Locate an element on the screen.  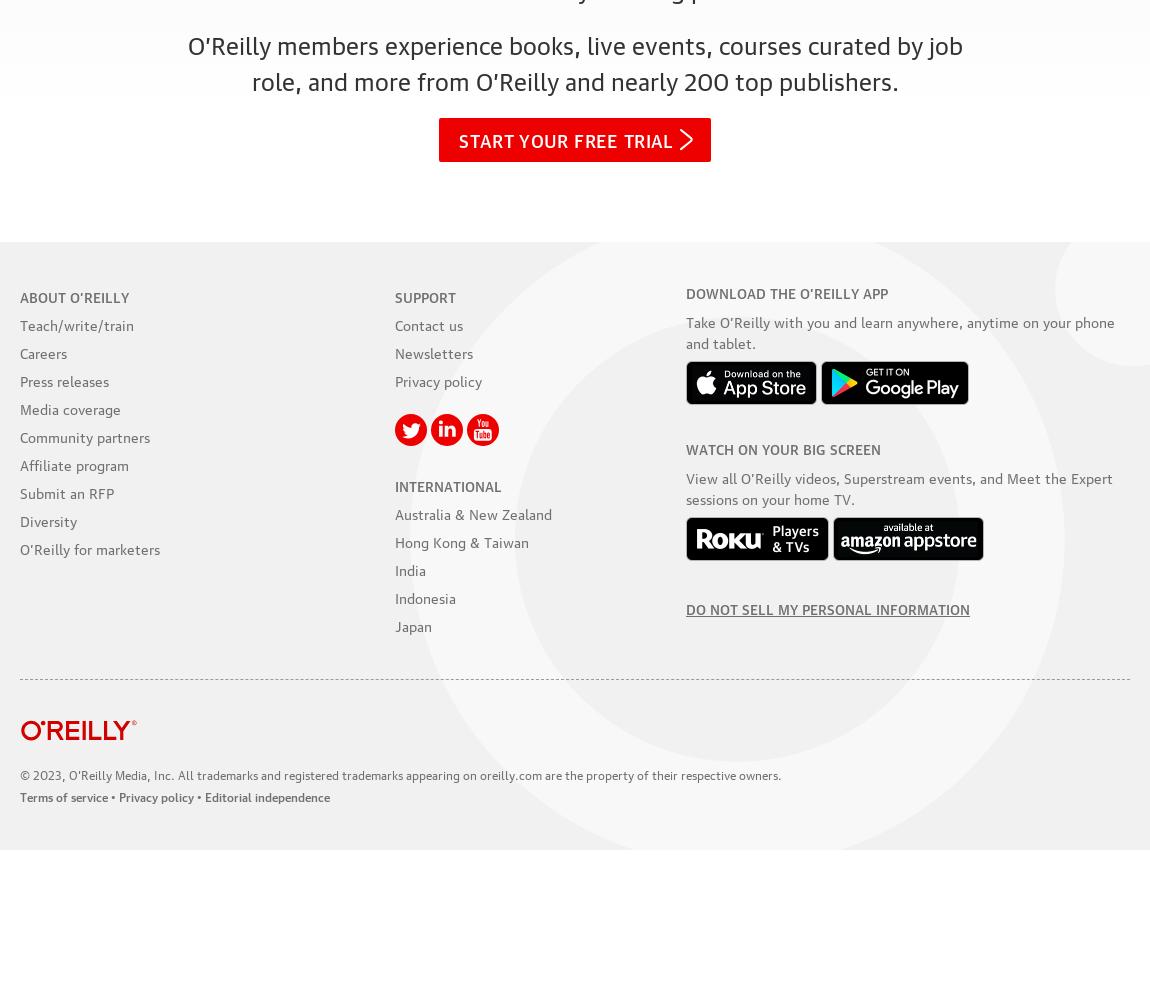
'View all O’Reilly videos, Superstream events, and Meet the Expert sessions on your' is located at coordinates (684, 485).